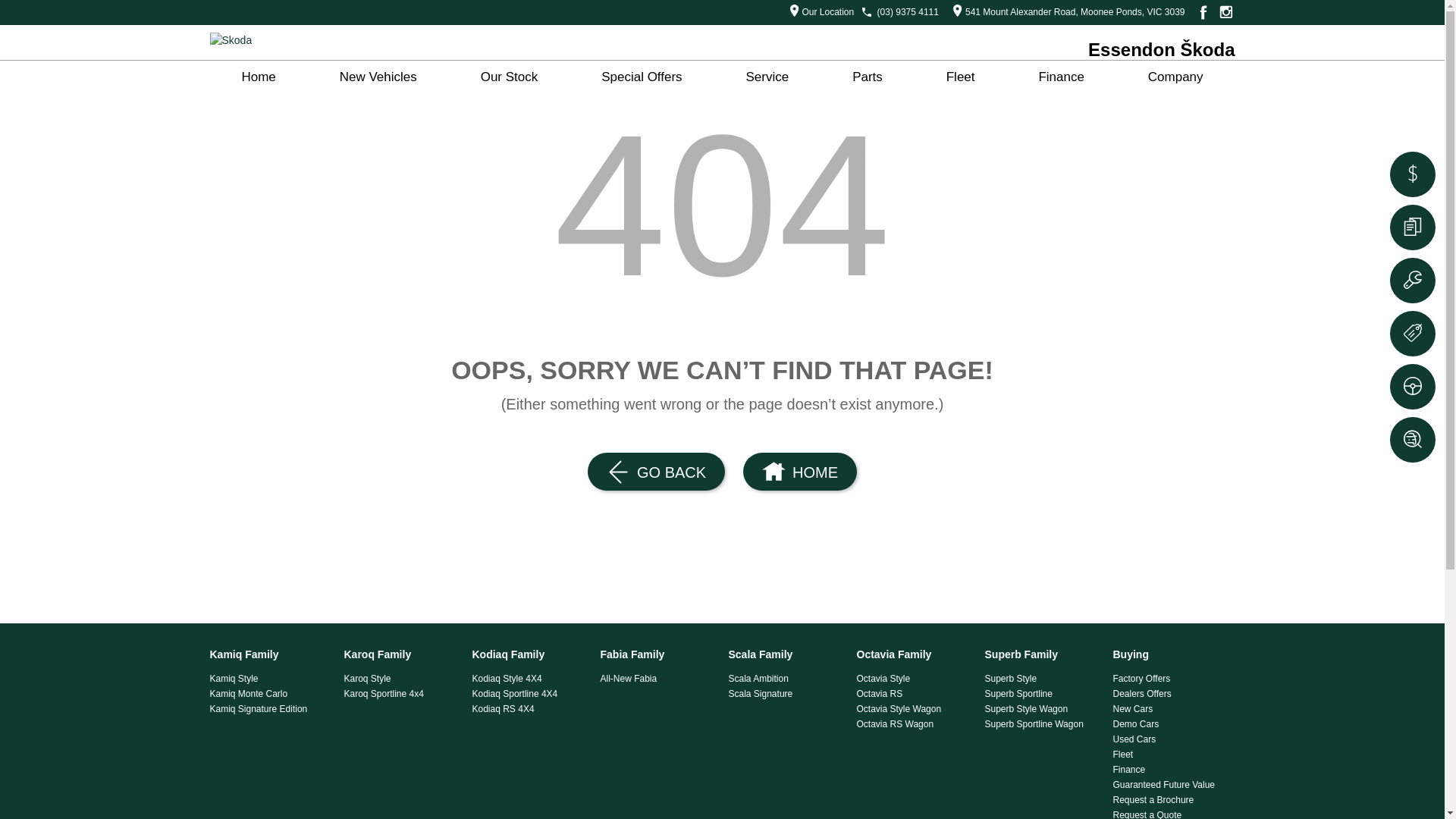 The image size is (1456, 819). I want to click on 'GO BACK', so click(656, 470).